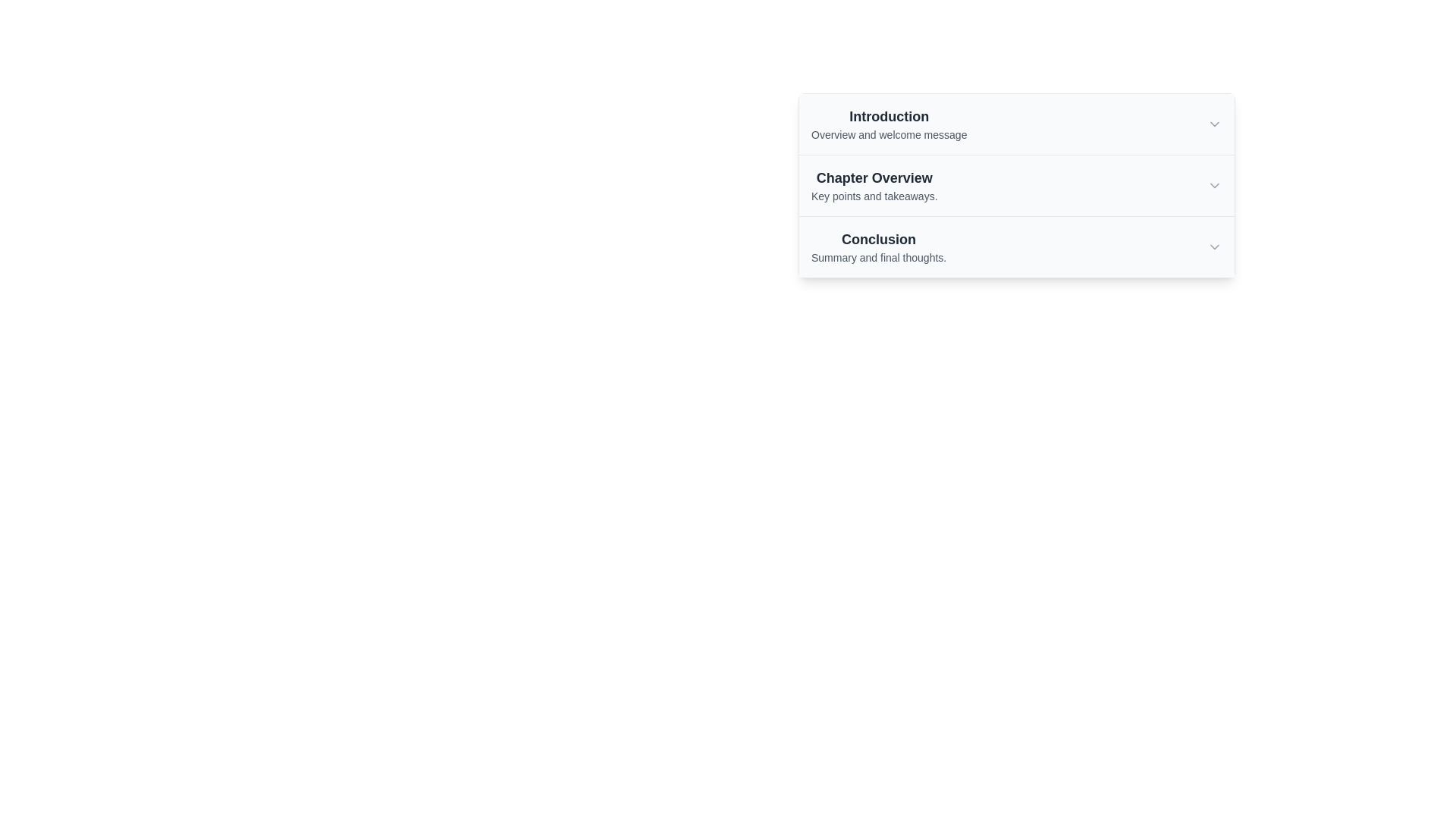 Image resolution: width=1456 pixels, height=819 pixels. I want to click on the text block displaying 'Chapter Overview' which summarizes the section with 'Key points and takeaways.' This element is located below 'Introduction' and above 'Conclusion' in the vertical list, so click(874, 185).